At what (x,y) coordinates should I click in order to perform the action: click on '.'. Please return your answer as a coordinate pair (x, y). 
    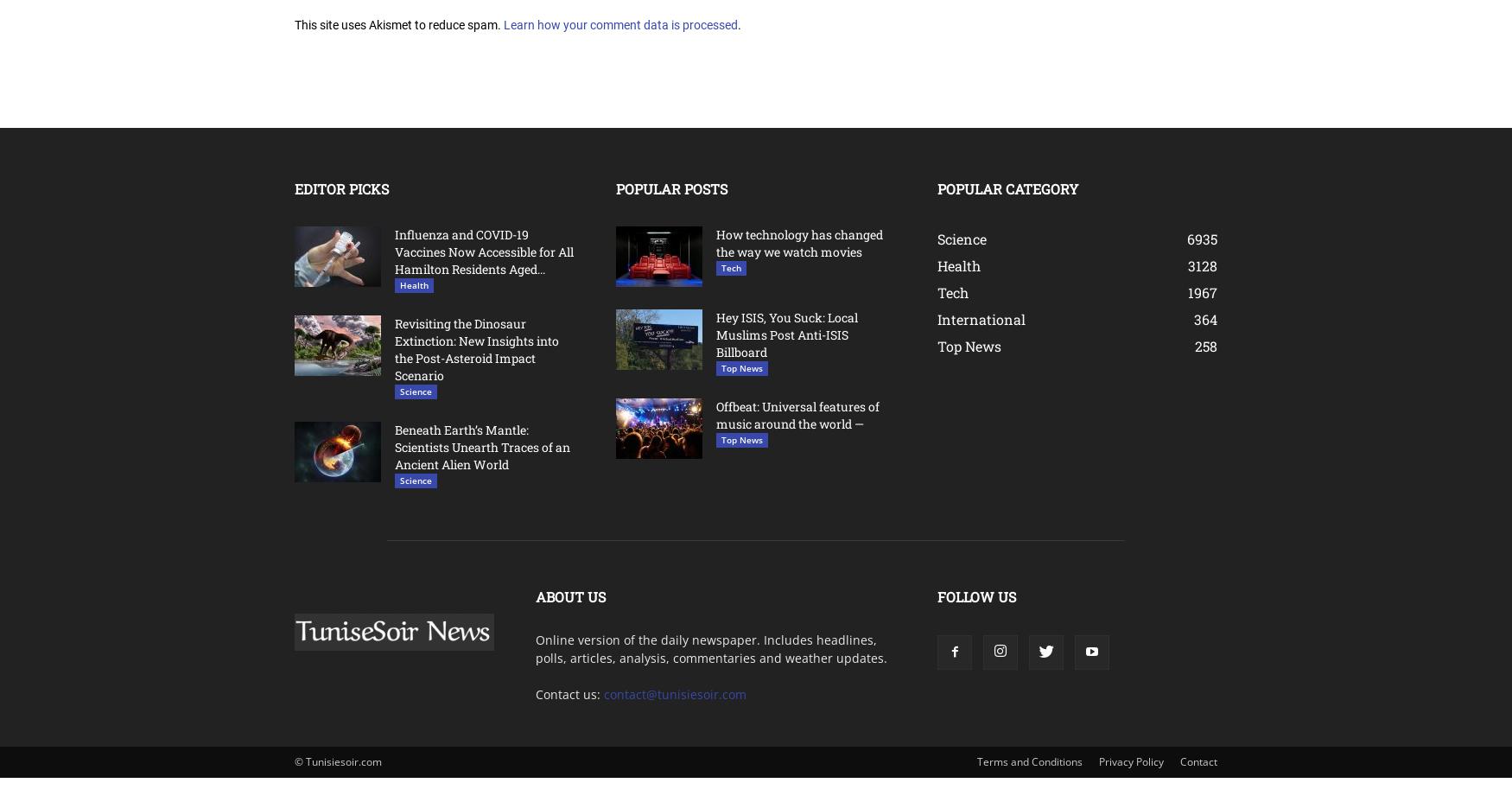
    Looking at the image, I should click on (739, 23).